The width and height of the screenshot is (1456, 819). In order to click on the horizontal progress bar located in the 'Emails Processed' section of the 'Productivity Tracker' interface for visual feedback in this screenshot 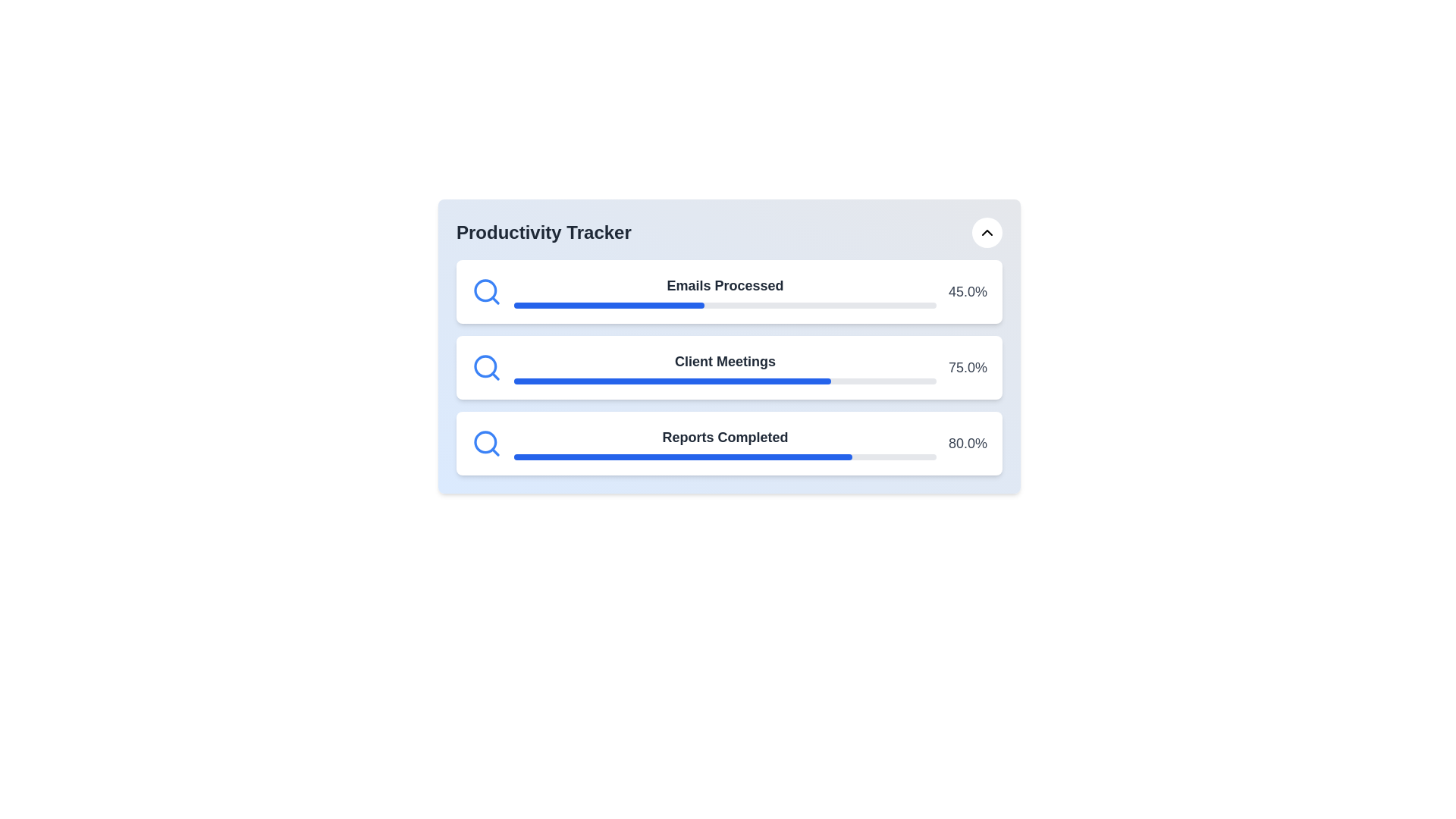, I will do `click(724, 305)`.